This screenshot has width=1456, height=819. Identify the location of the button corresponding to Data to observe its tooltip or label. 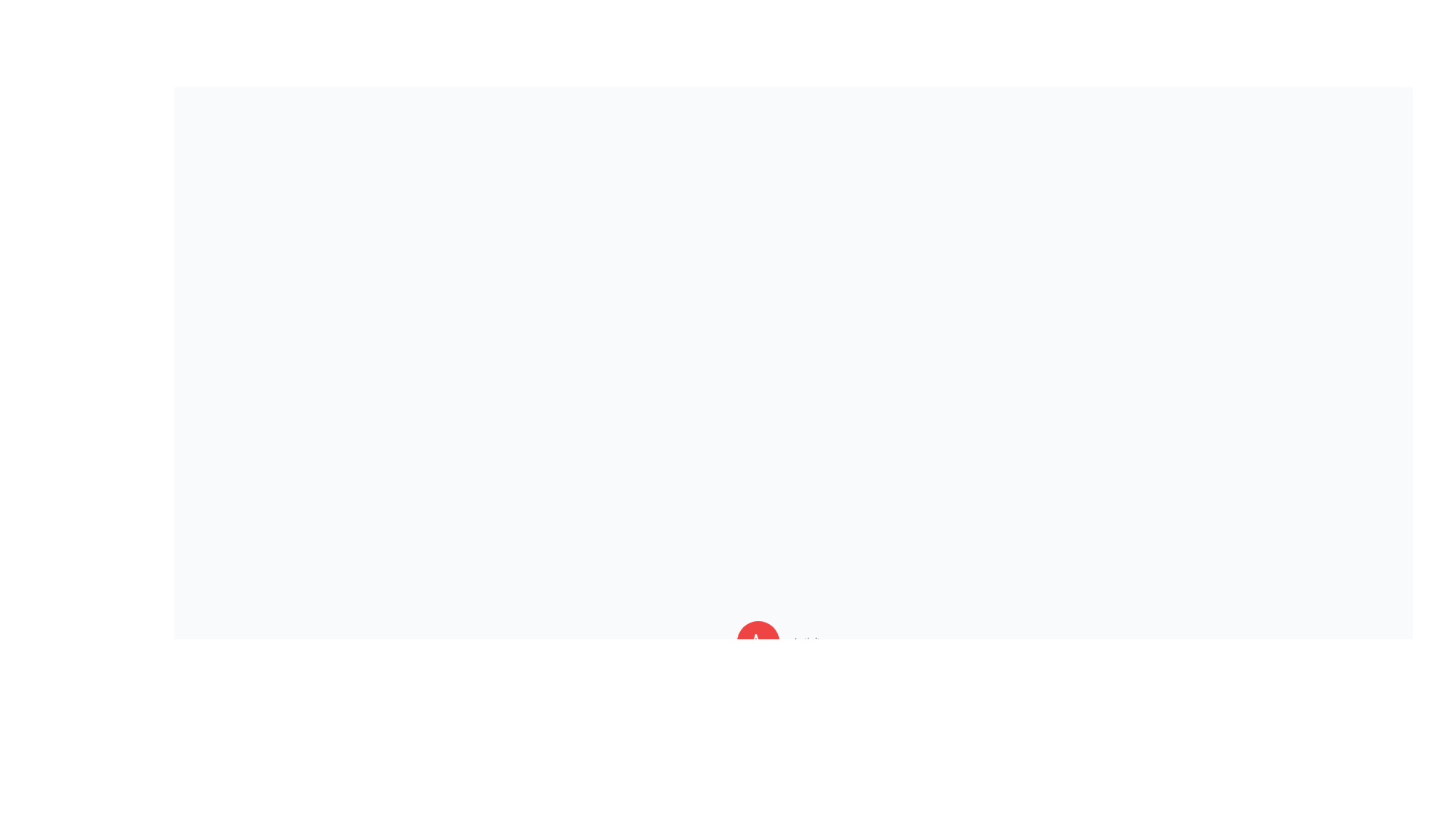
(758, 805).